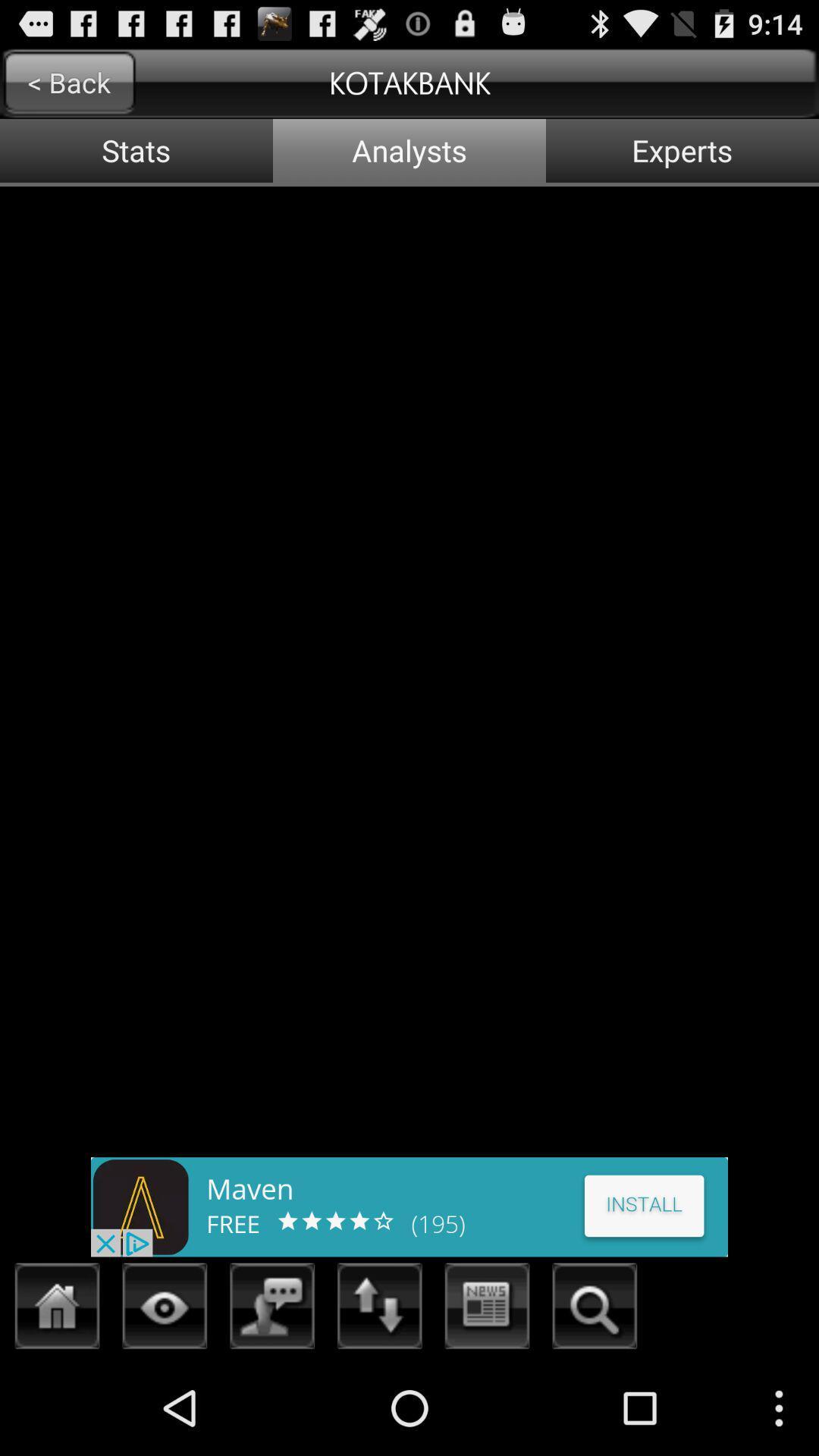 This screenshot has height=1456, width=819. I want to click on home, so click(57, 1310).